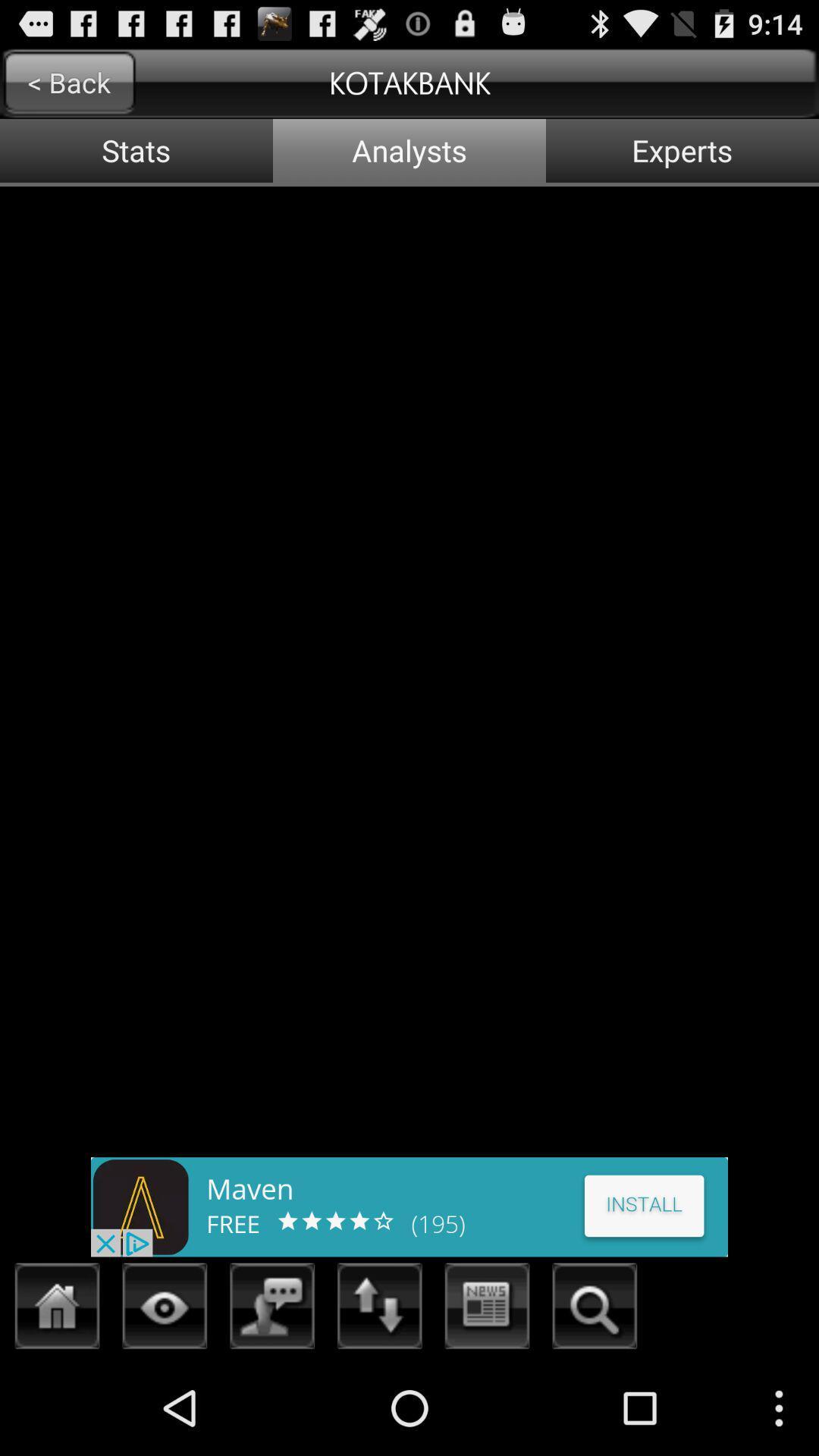 This screenshot has height=1456, width=819. I want to click on home, so click(57, 1310).